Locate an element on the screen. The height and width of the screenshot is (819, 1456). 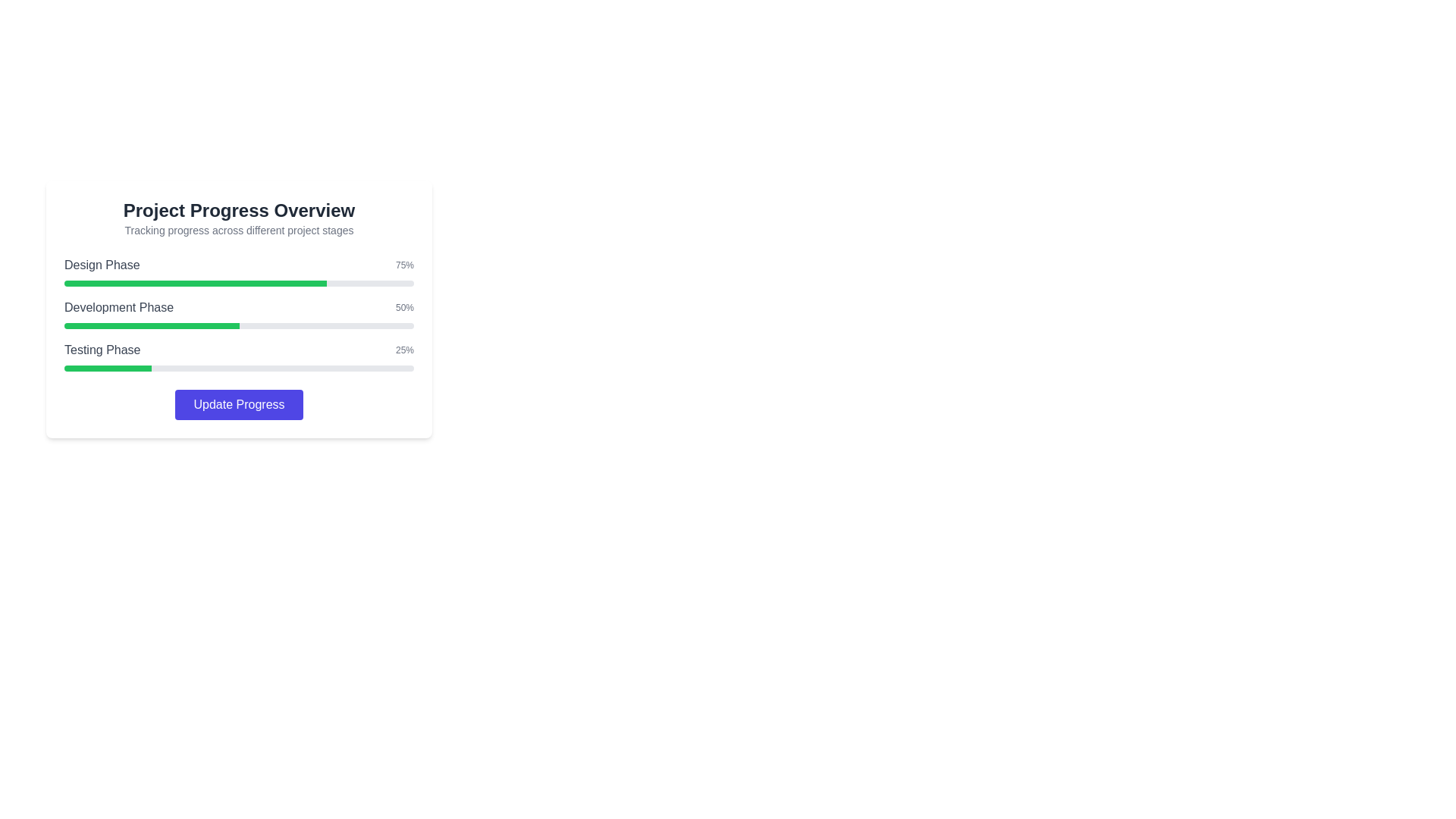
the text label displaying '75%' which is styled in gray and positioned to the right of the progress bar associated with the 'Design Phase' label is located at coordinates (404, 265).